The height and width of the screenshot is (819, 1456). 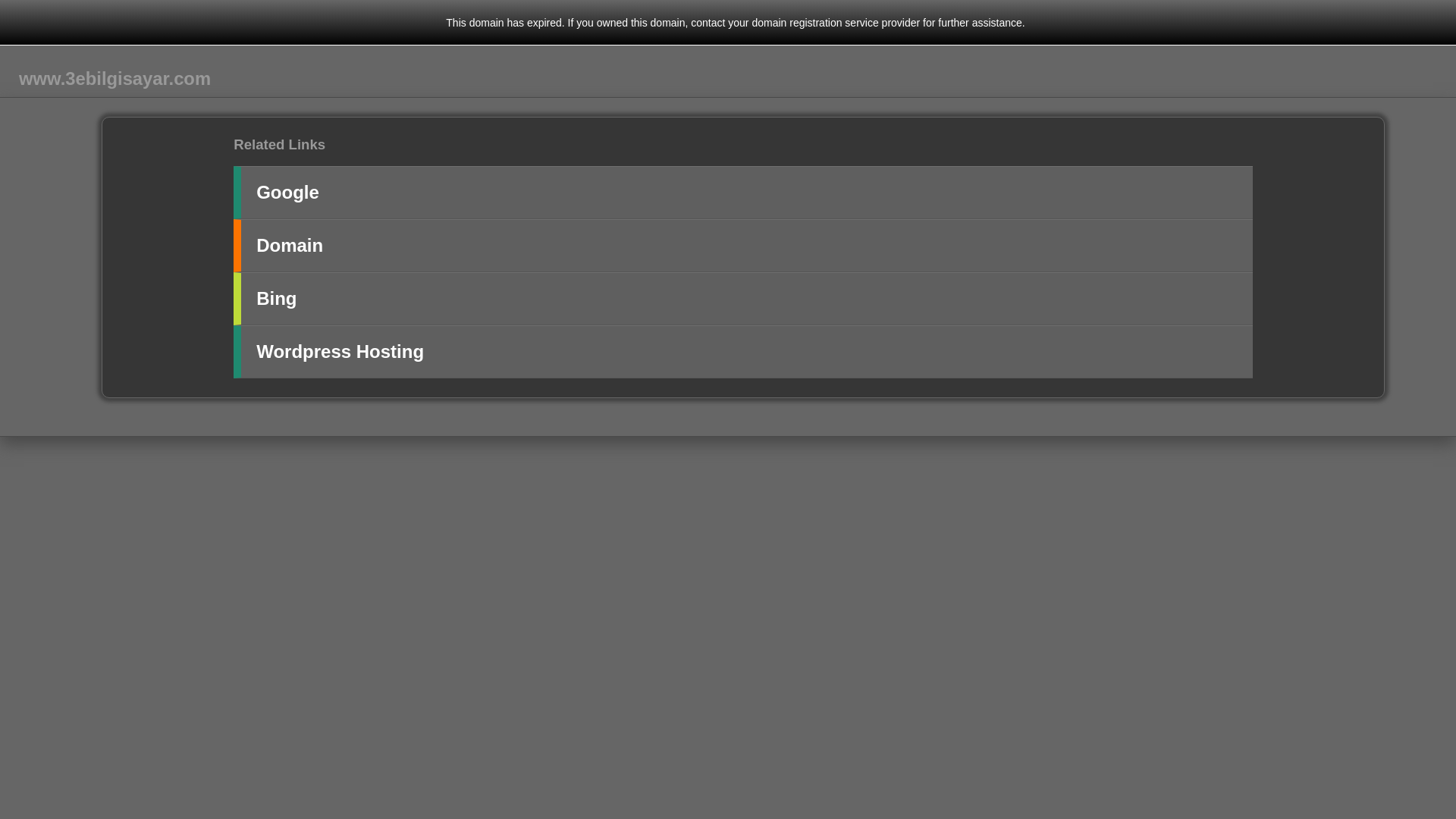 What do you see at coordinates (232, 192) in the screenshot?
I see `'Google'` at bounding box center [232, 192].